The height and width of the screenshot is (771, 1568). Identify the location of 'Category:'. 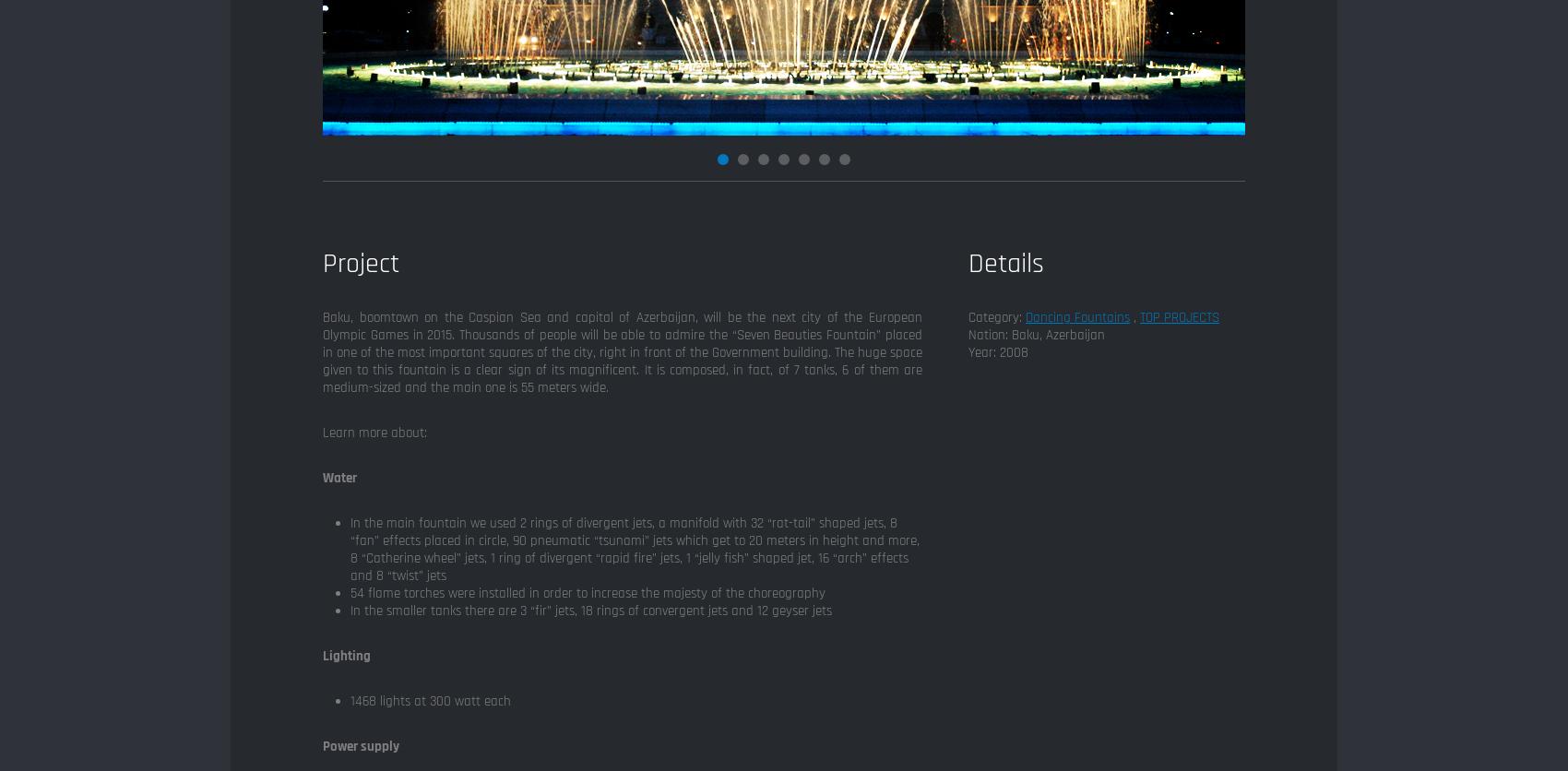
(997, 316).